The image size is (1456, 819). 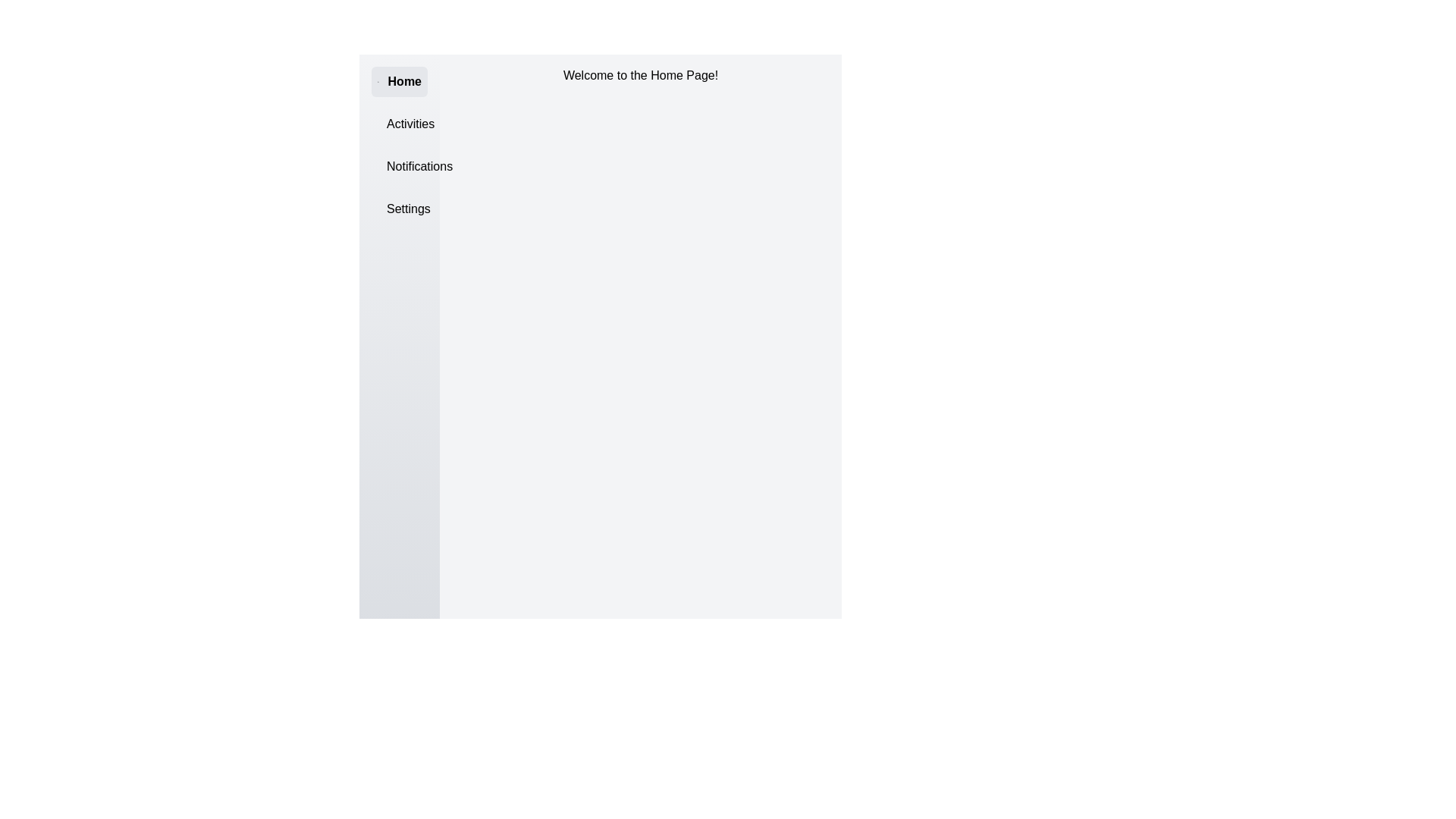 What do you see at coordinates (419, 166) in the screenshot?
I see `the navigation label located in the vertical left-side menu, positioned below 'Home' and above 'Settings', which redirects to the notifications section` at bounding box center [419, 166].